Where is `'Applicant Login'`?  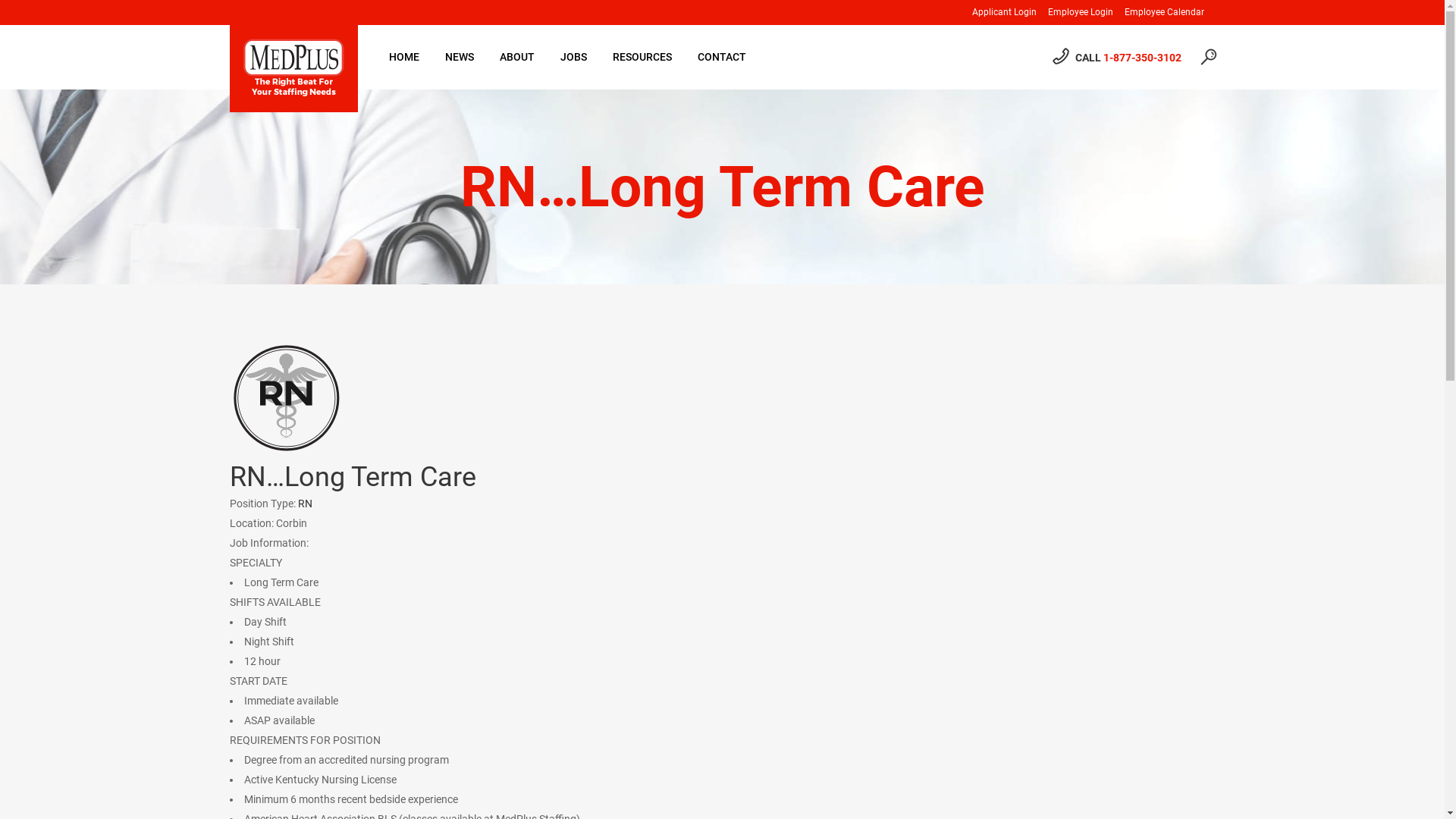
'Applicant Login' is located at coordinates (959, 12).